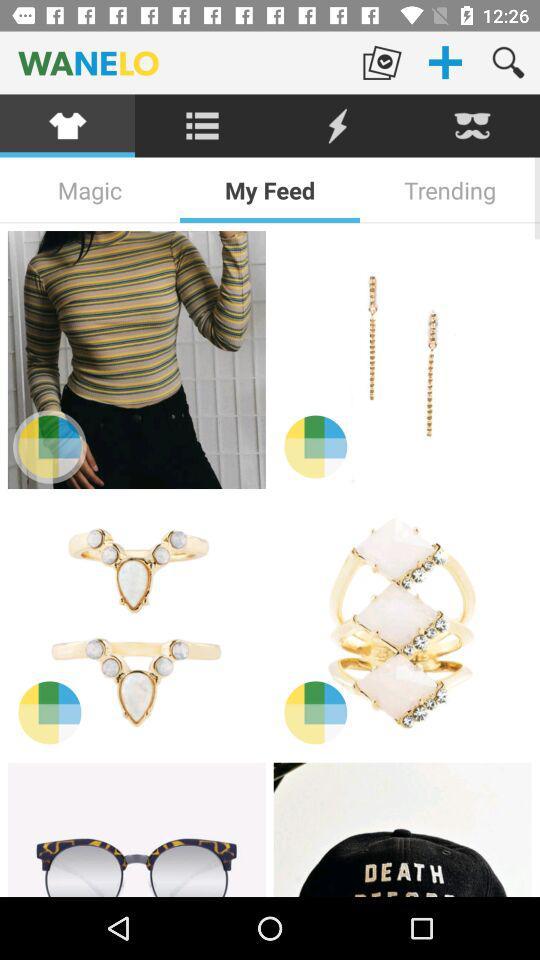 The width and height of the screenshot is (540, 960). Describe the element at coordinates (402, 360) in the screenshot. I see `item` at that location.